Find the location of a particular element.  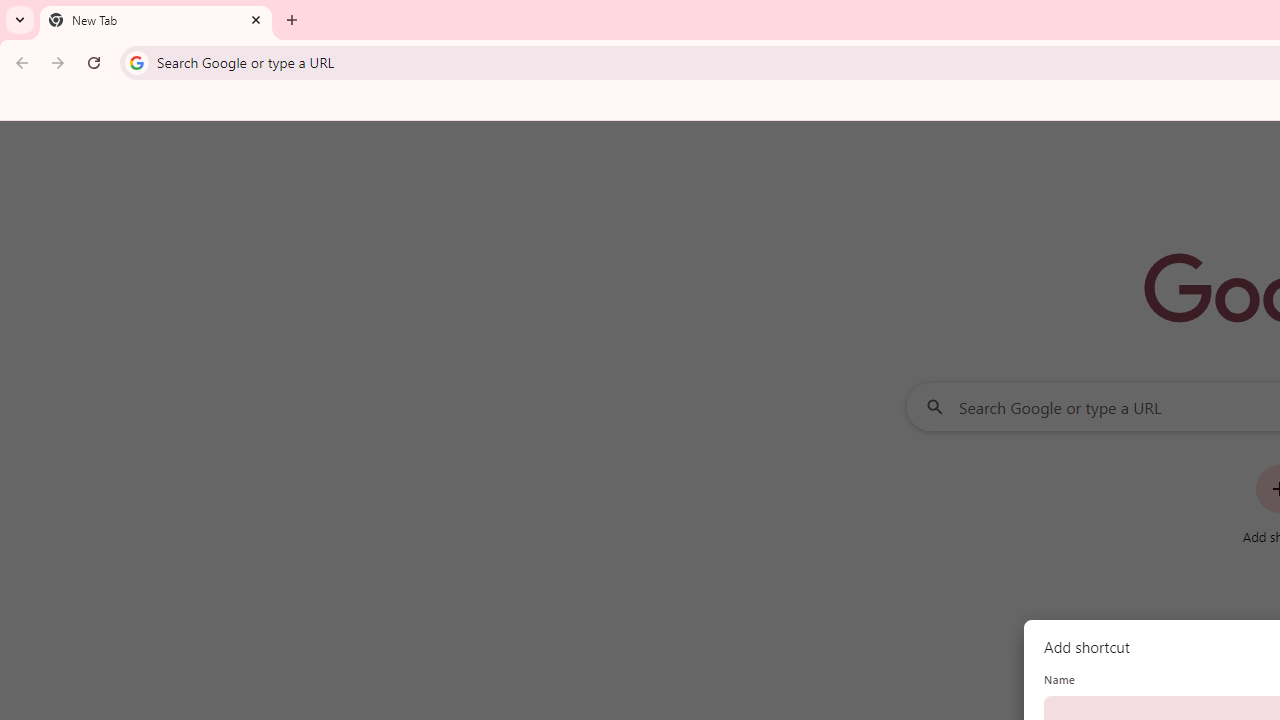

'New Tab' is located at coordinates (155, 20).